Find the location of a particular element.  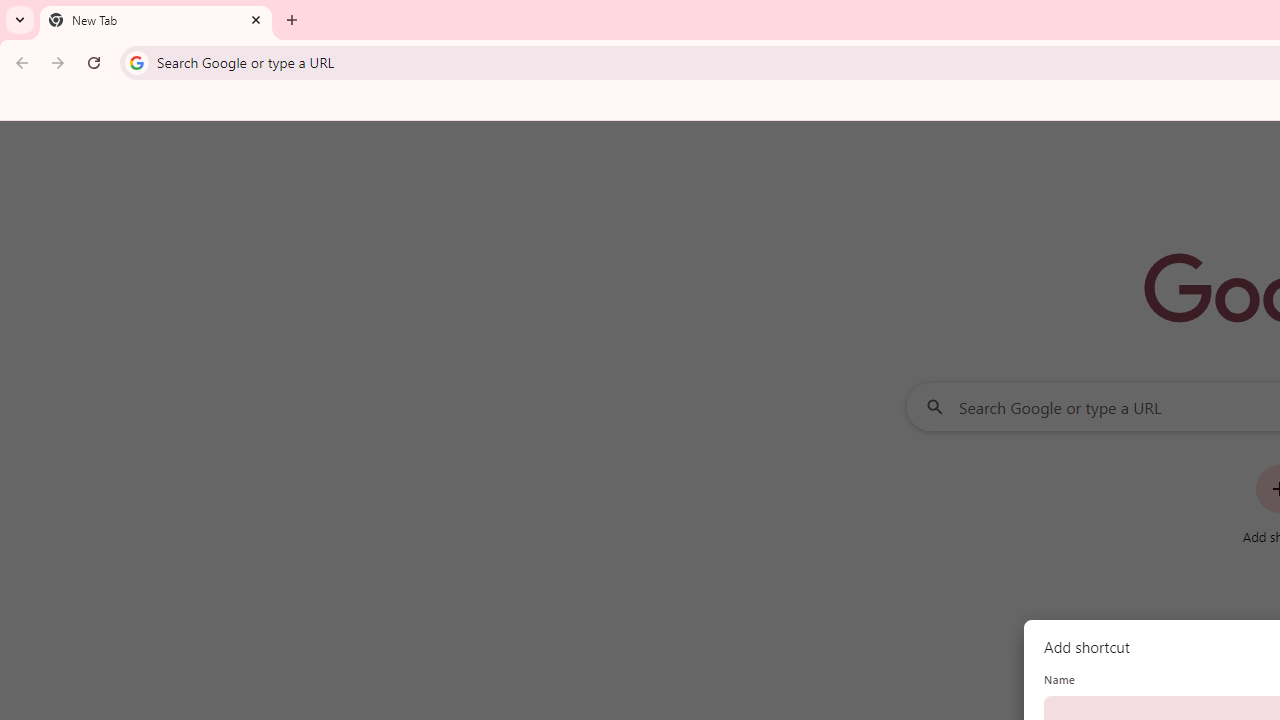

'New Tab' is located at coordinates (155, 20).